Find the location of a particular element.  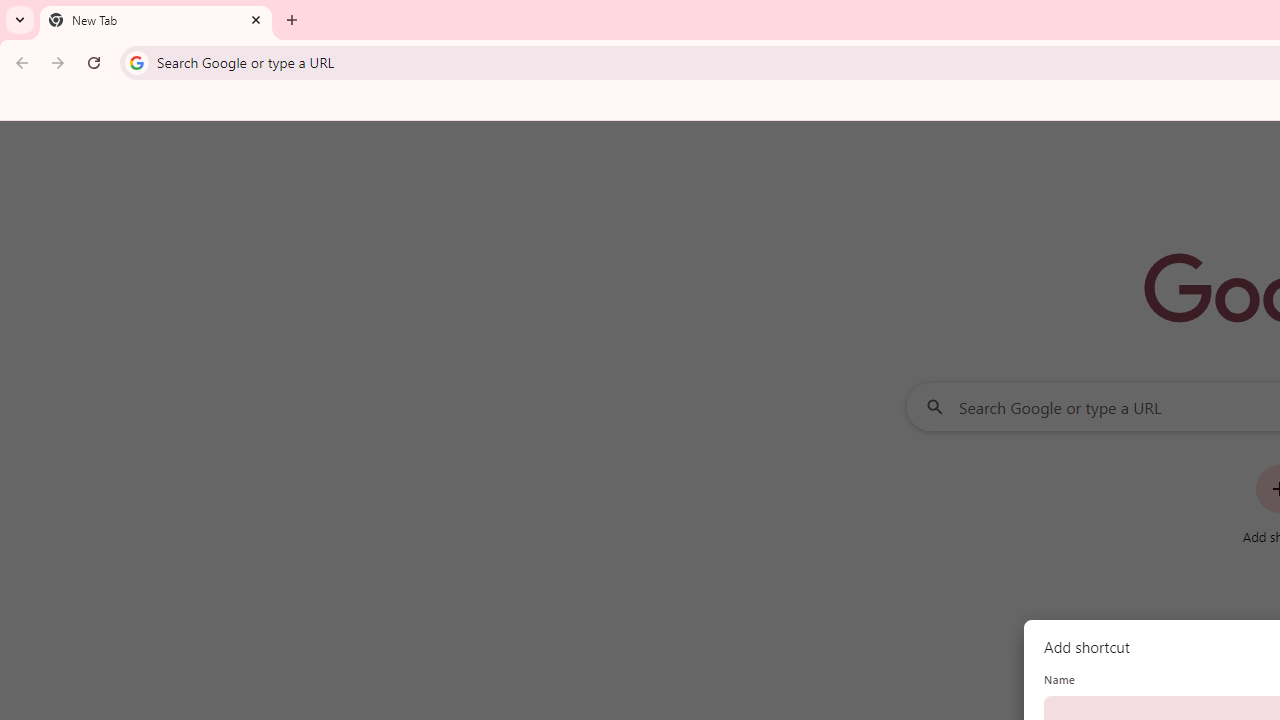

'New Tab' is located at coordinates (155, 20).